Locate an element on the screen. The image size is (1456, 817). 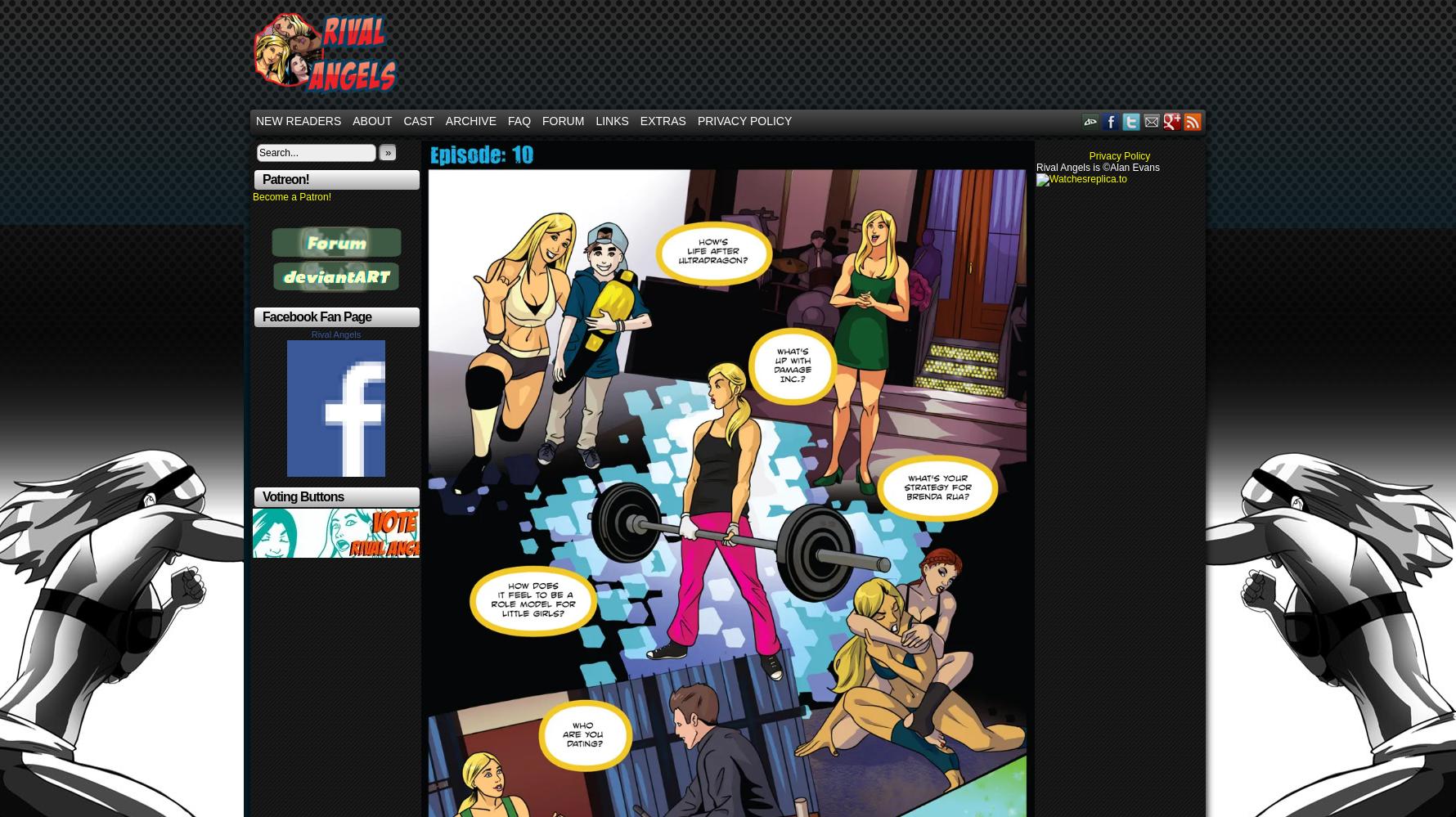
'Cast' is located at coordinates (418, 120).